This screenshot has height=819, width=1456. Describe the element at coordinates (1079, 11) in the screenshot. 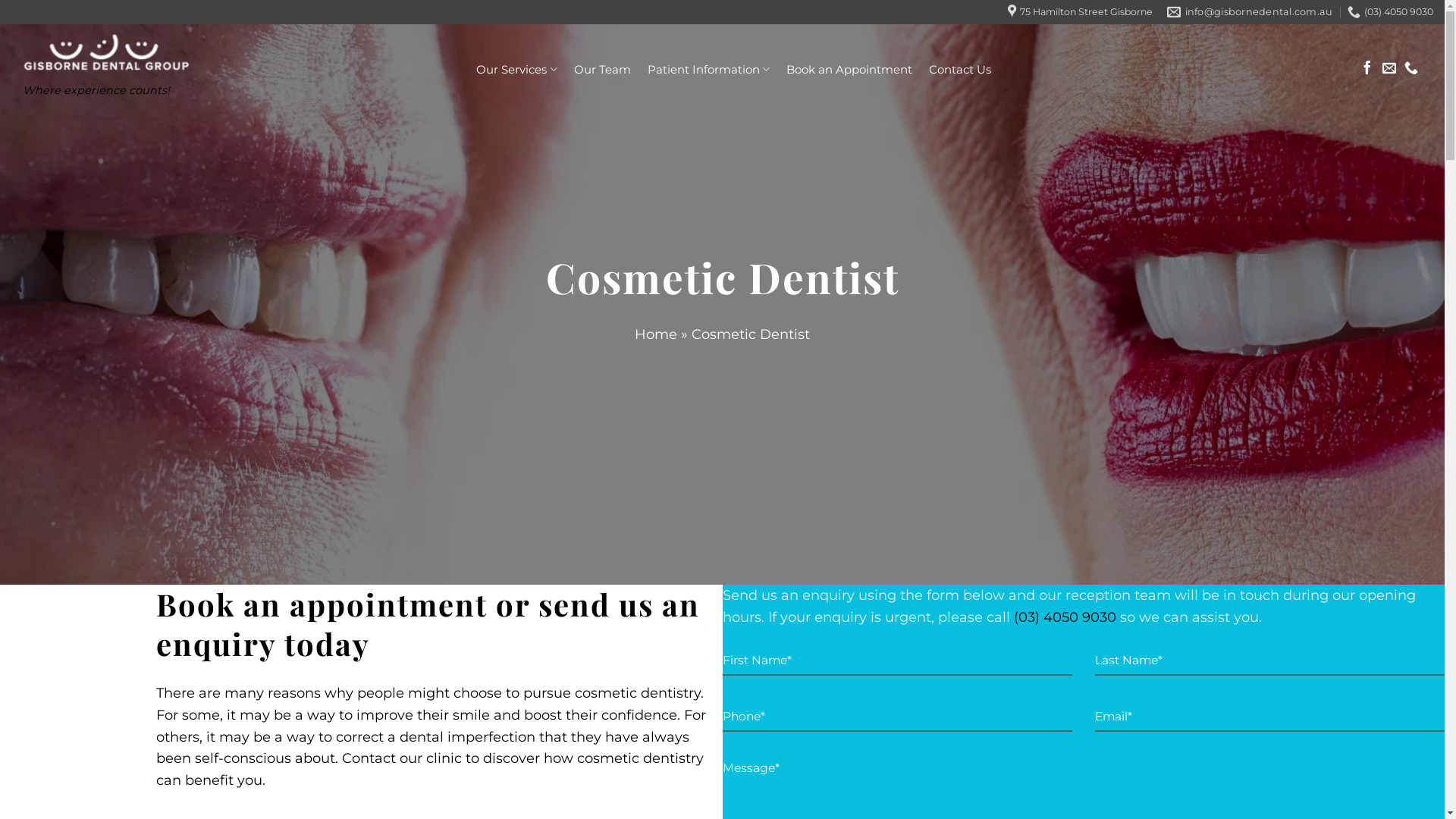

I see `'75 Hamilton Street Gisborne'` at that location.